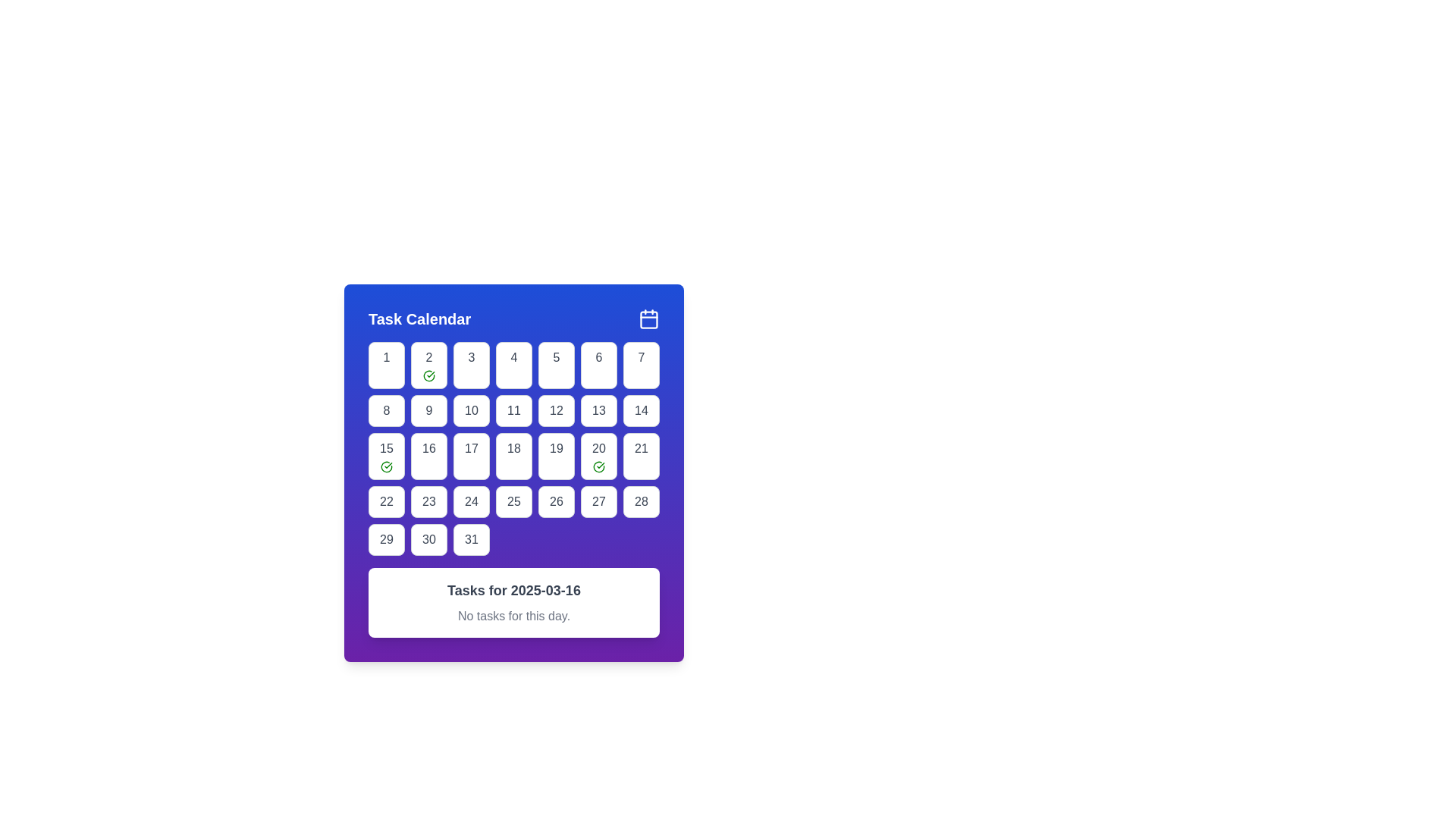 This screenshot has width=1456, height=819. What do you see at coordinates (556, 447) in the screenshot?
I see `the text label representing the date '19' in the calendar grid` at bounding box center [556, 447].